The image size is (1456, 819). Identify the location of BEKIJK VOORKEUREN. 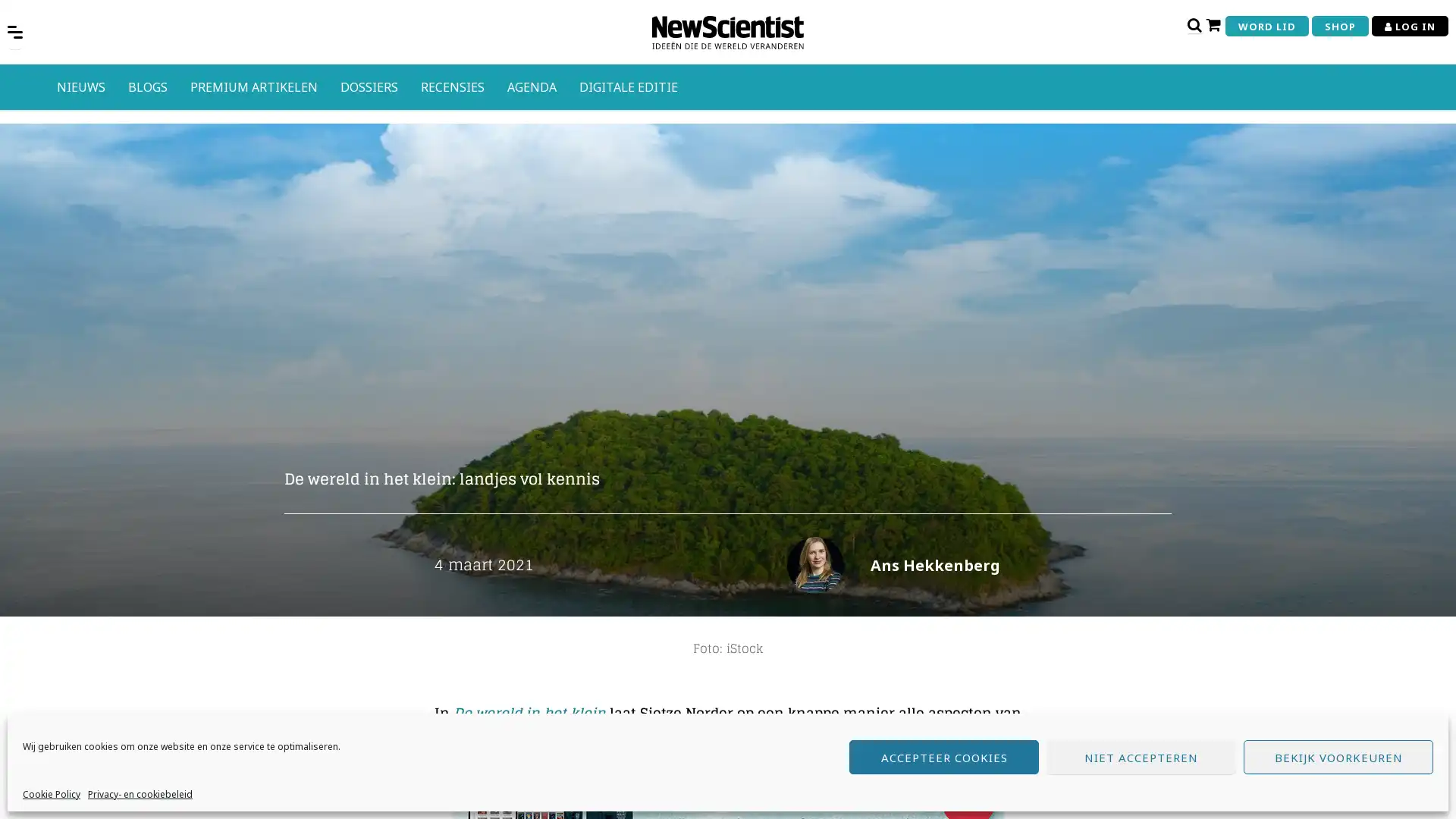
(1338, 757).